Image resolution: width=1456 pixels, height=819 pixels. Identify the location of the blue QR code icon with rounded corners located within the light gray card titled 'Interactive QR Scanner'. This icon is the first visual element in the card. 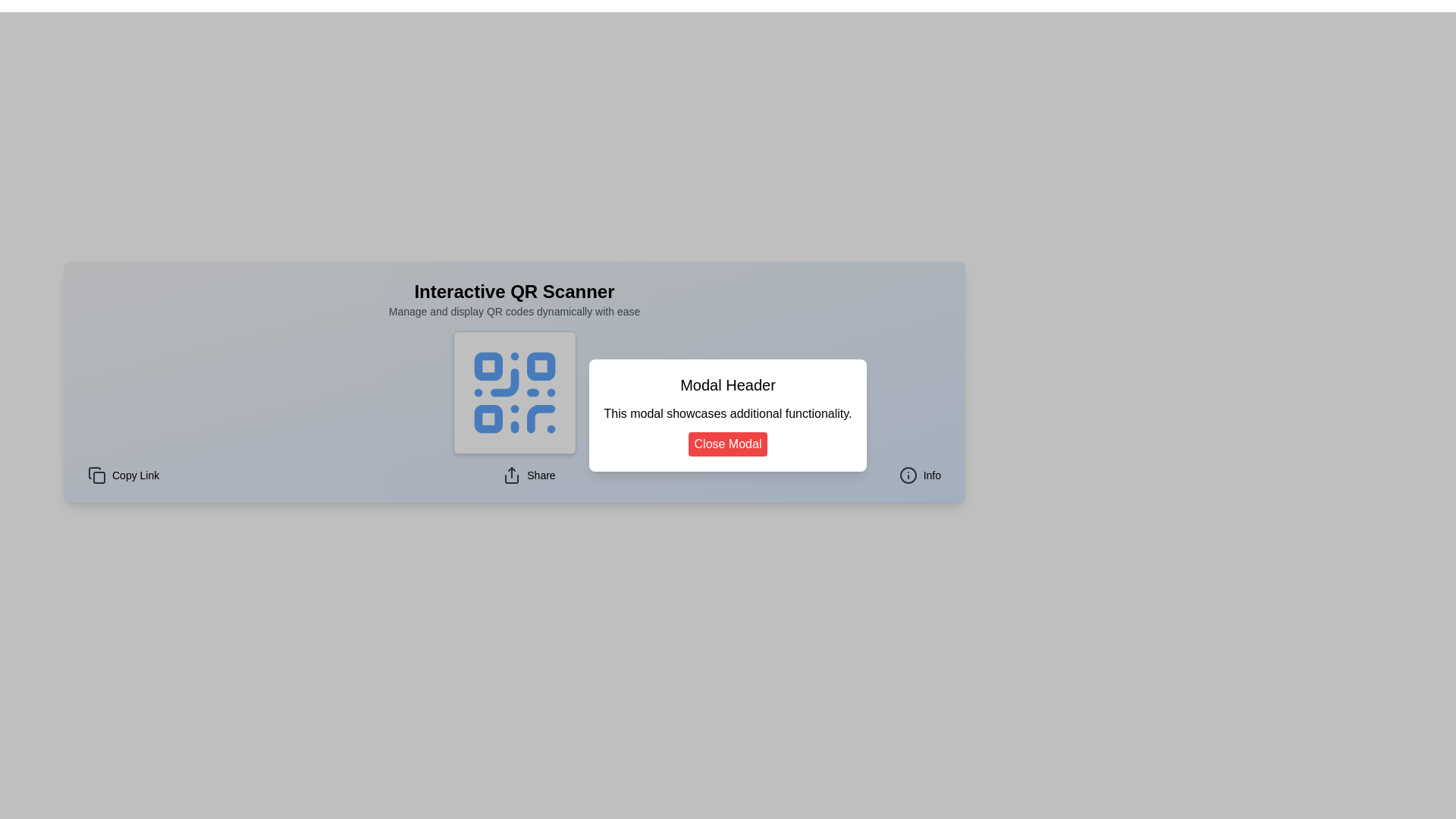
(514, 391).